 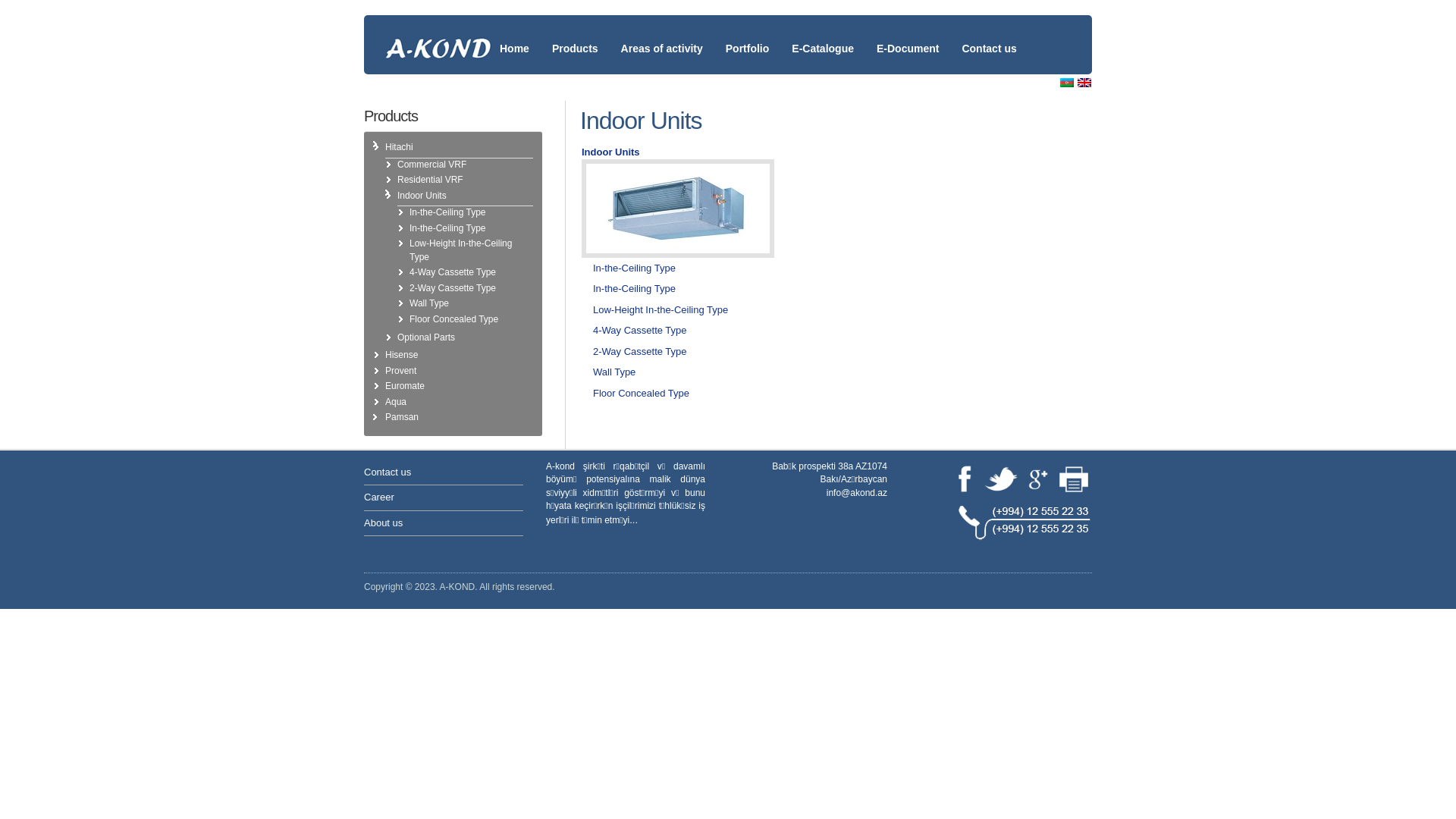 I want to click on 'Contact us', so click(x=387, y=471).